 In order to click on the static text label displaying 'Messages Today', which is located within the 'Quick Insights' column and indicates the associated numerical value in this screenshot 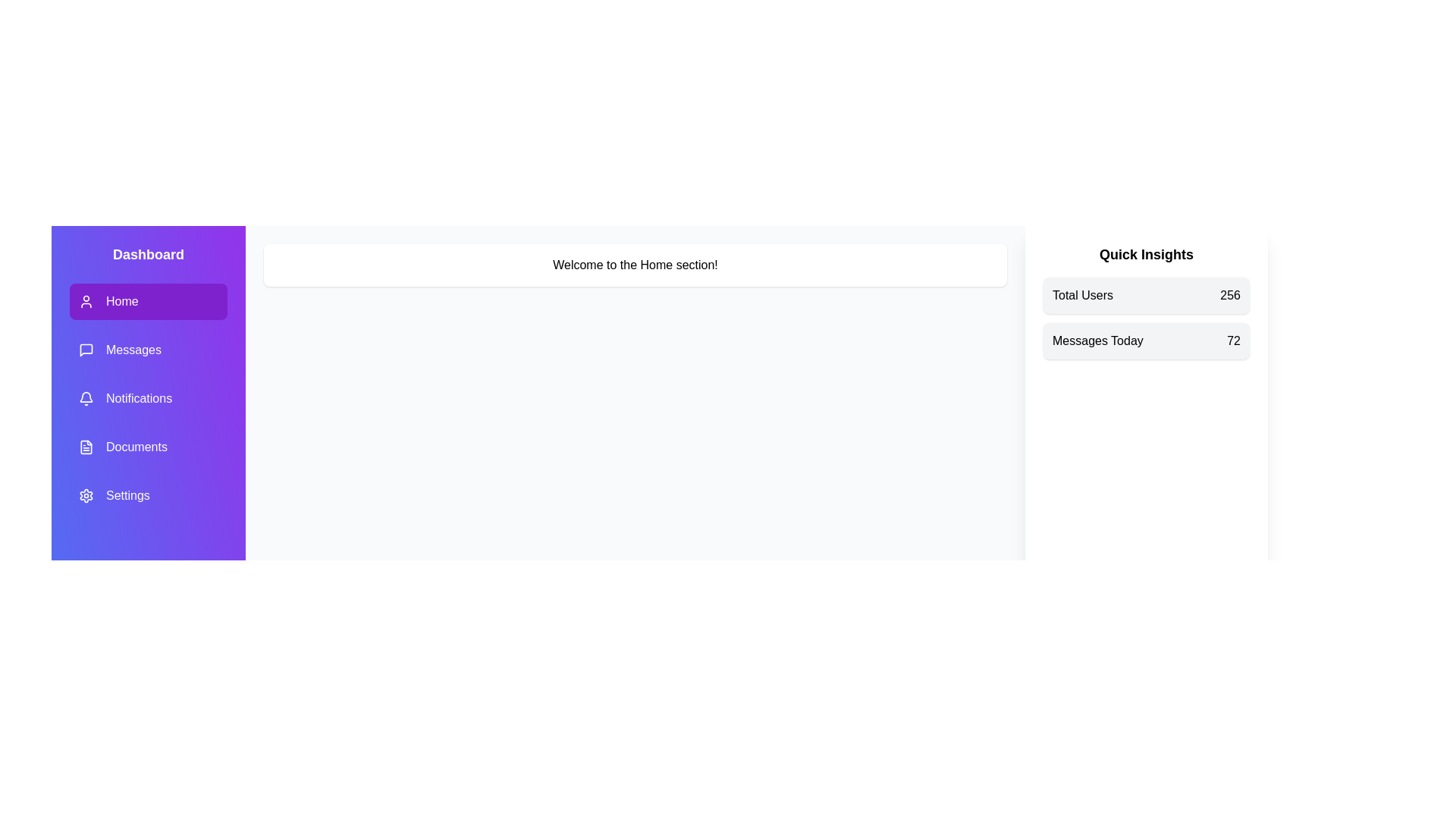, I will do `click(1097, 341)`.